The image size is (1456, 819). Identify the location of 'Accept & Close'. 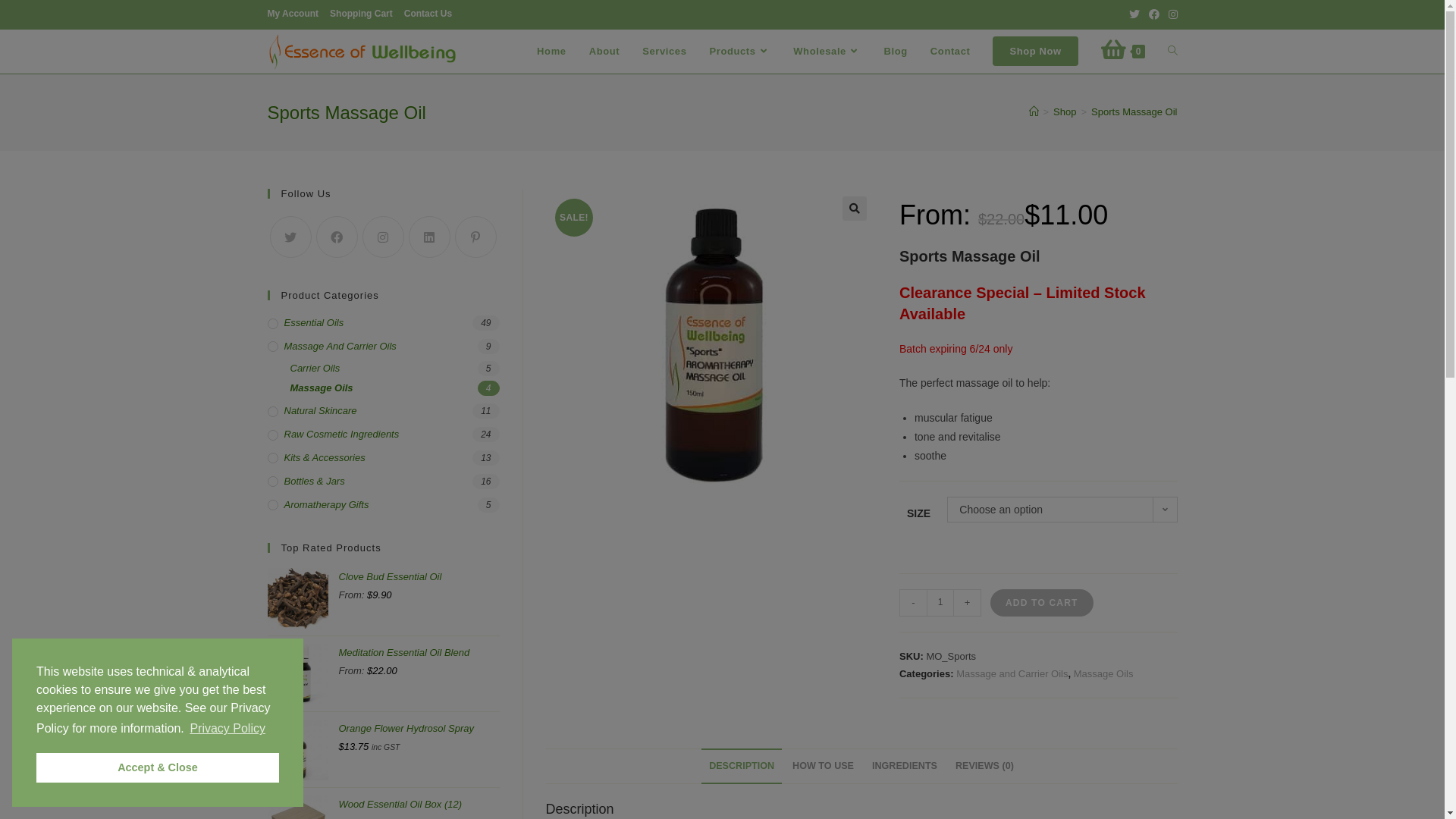
(157, 767).